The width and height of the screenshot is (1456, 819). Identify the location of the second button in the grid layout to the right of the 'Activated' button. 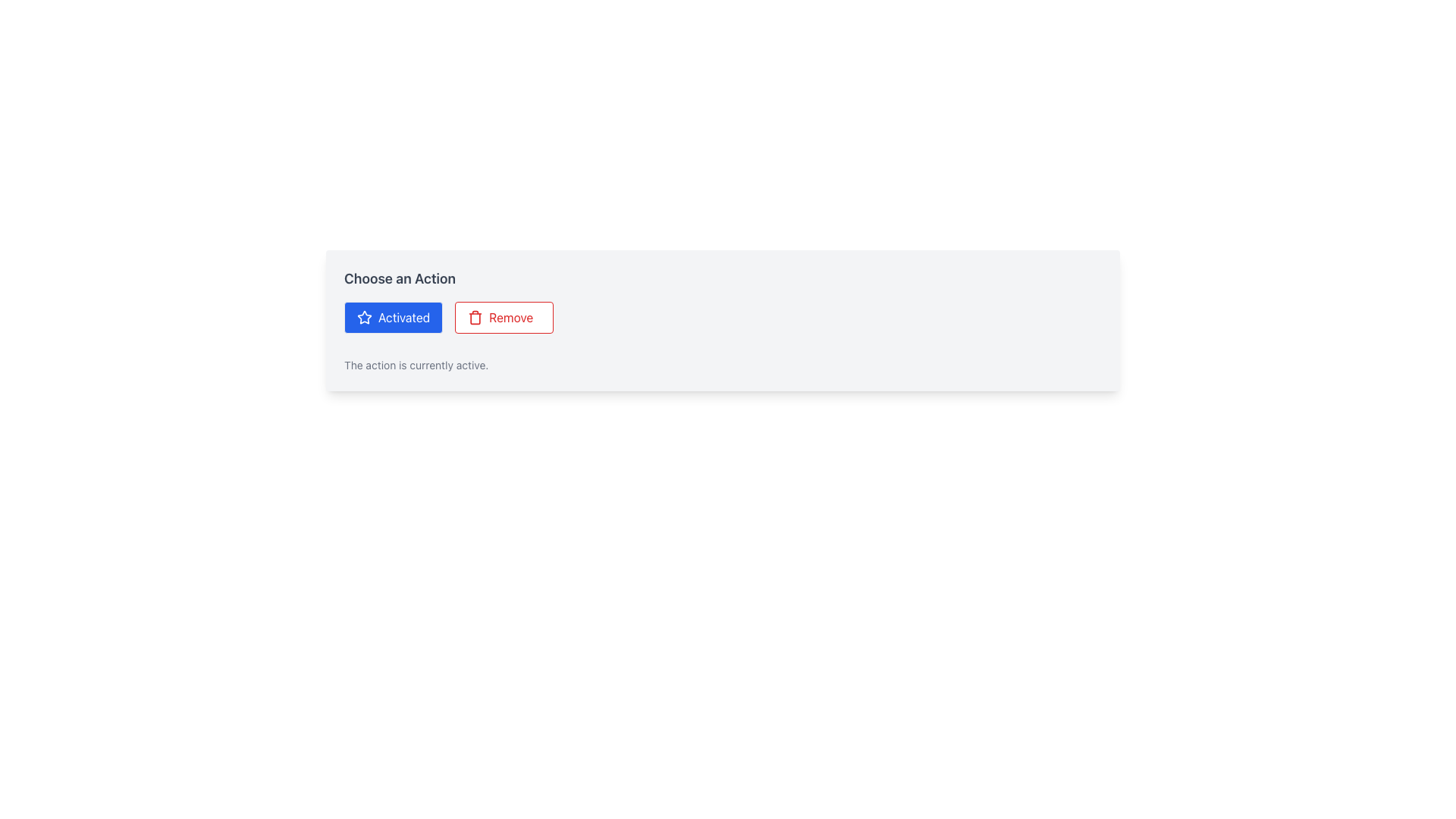
(504, 317).